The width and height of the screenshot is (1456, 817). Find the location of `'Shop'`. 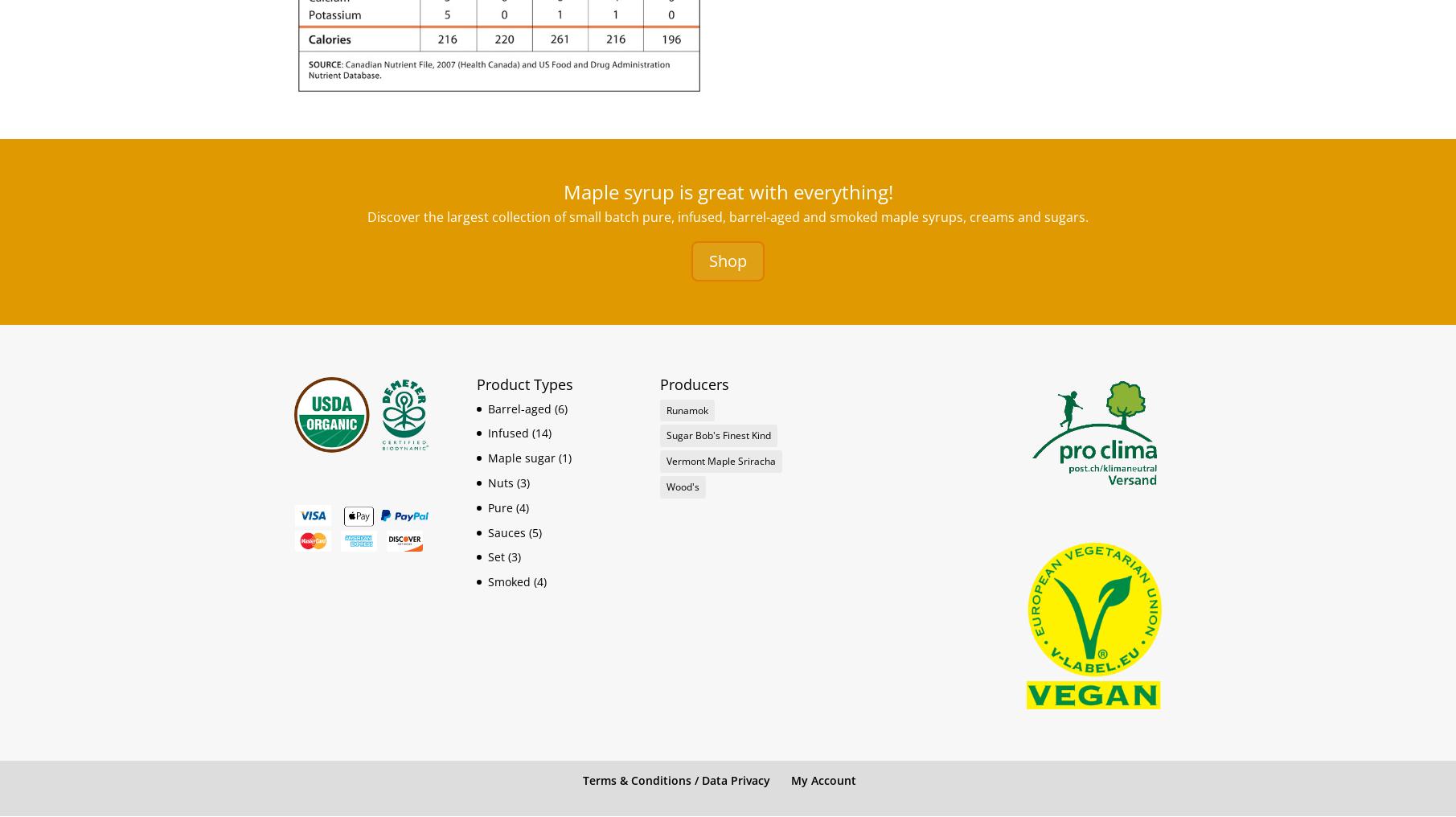

'Shop' is located at coordinates (728, 260).